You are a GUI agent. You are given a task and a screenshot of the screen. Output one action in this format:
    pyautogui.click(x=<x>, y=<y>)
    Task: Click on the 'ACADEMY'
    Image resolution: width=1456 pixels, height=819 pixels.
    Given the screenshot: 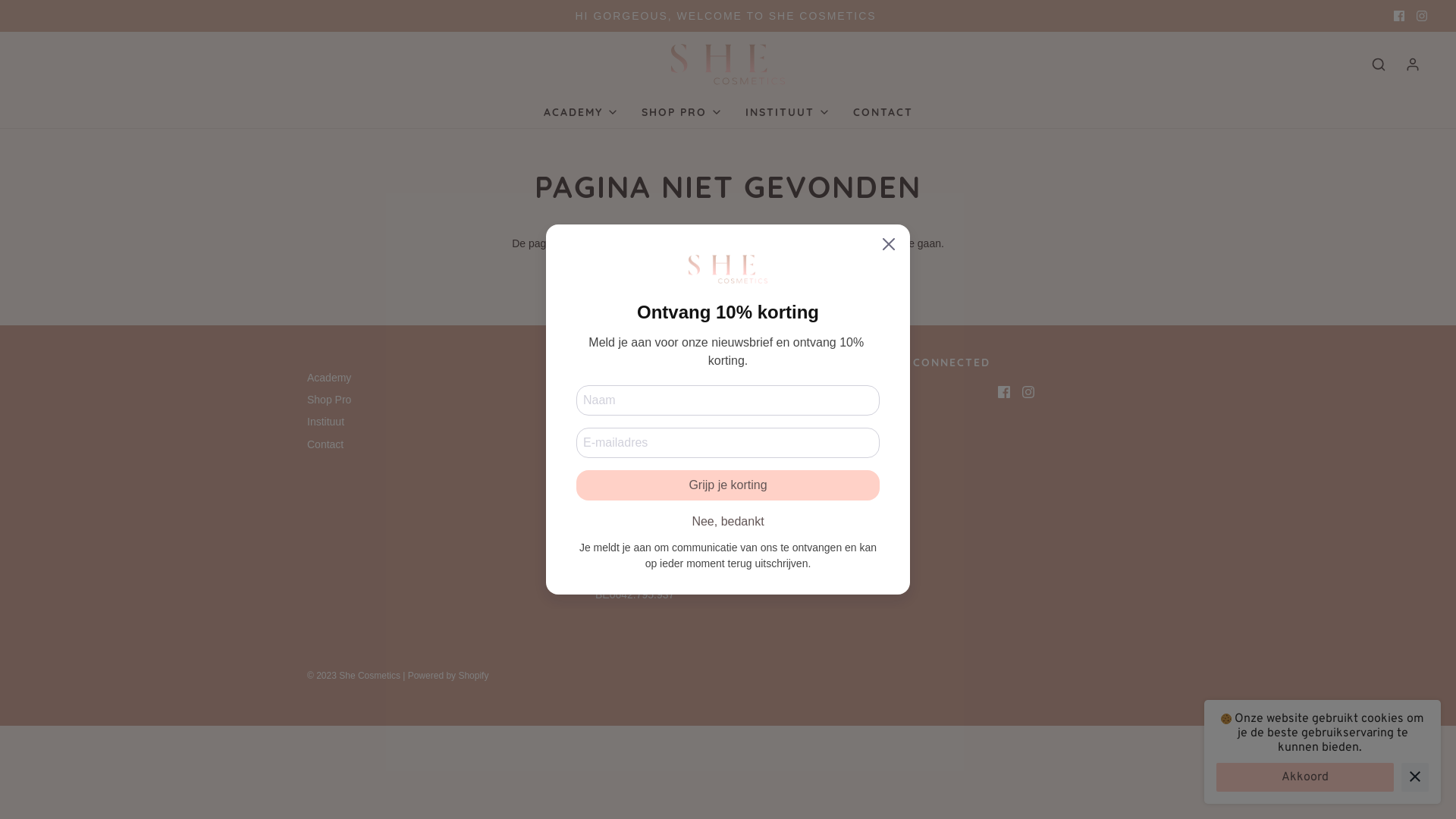 What is the action you would take?
    pyautogui.click(x=579, y=111)
    